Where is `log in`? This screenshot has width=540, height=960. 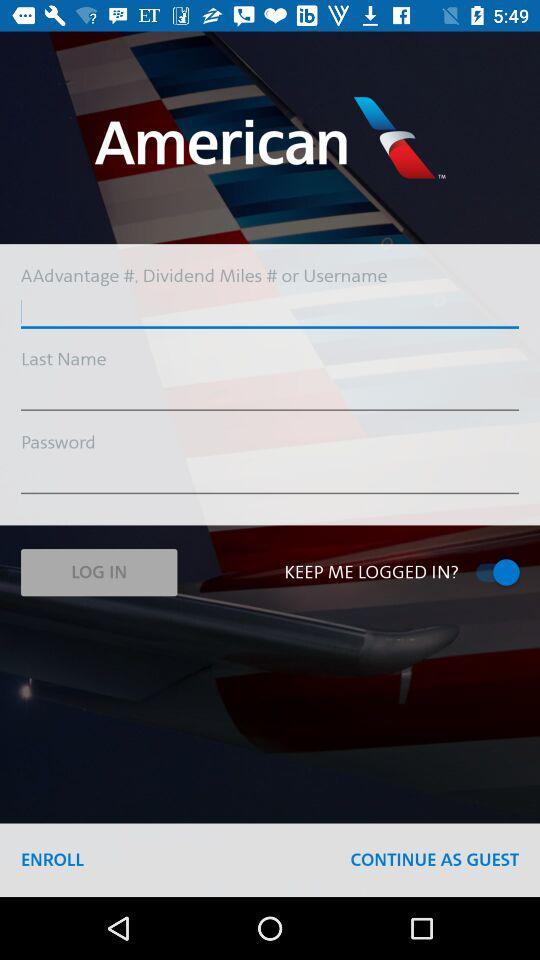
log in is located at coordinates (98, 572).